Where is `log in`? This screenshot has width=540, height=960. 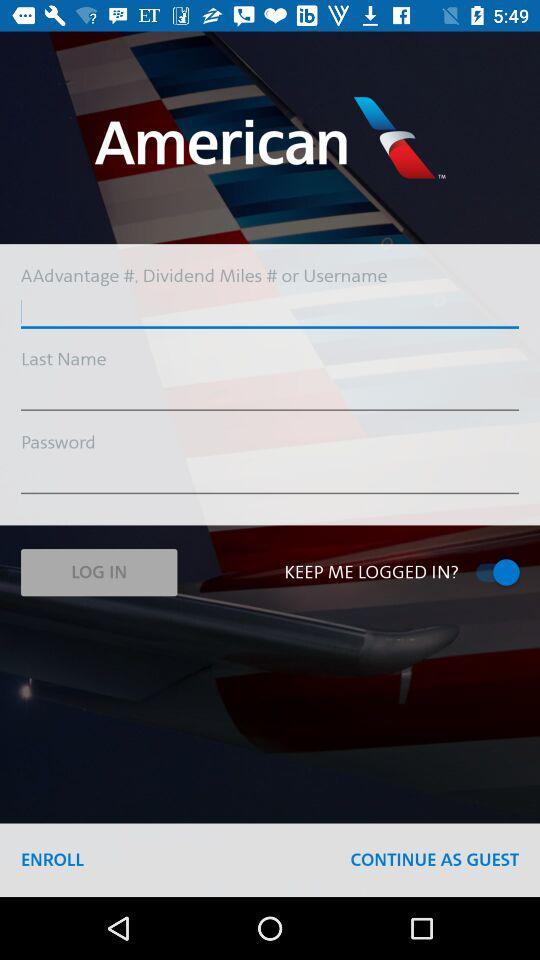
log in is located at coordinates (98, 572).